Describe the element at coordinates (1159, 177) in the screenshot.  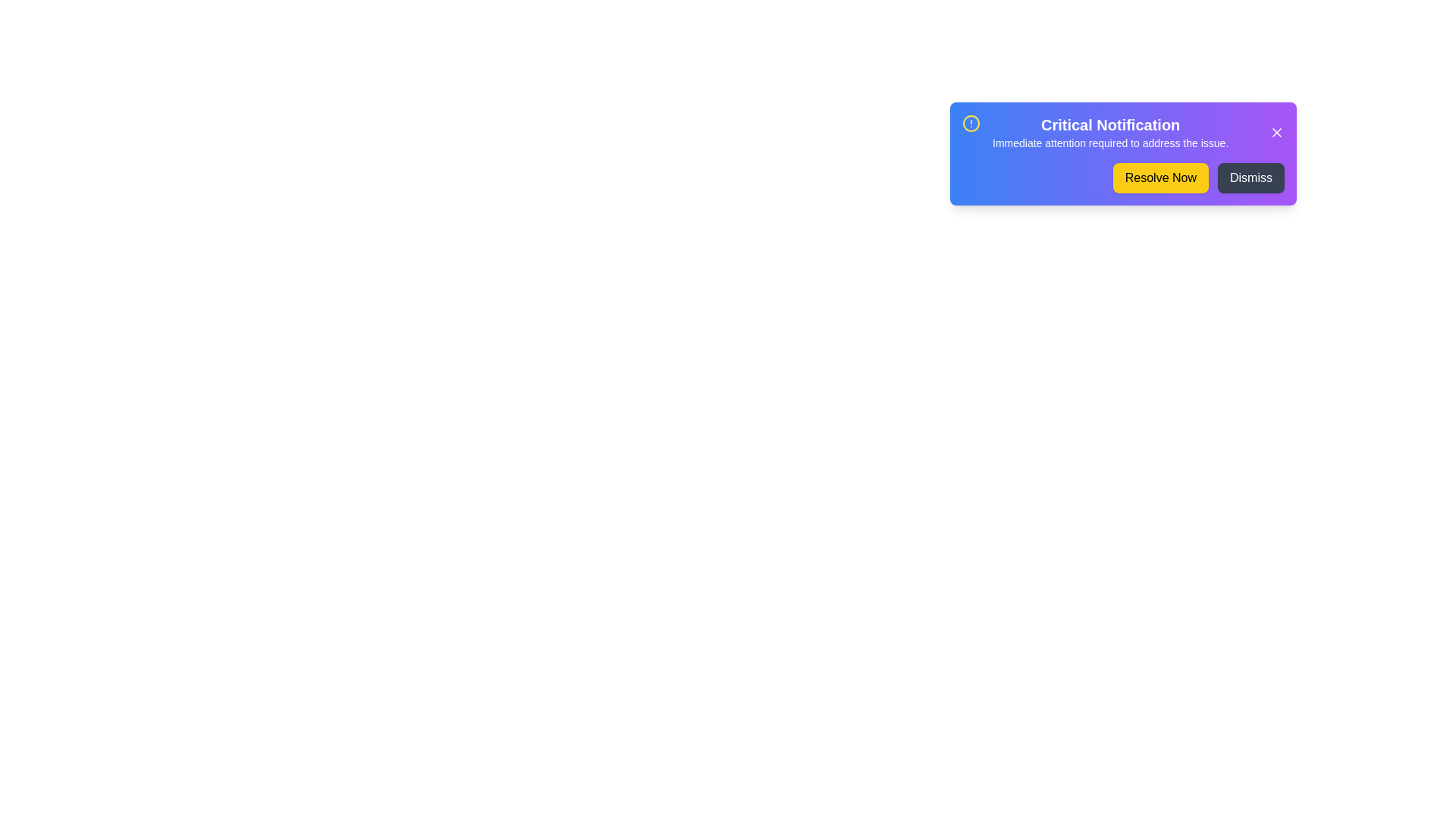
I see `the 'Resolve Now' button with a yellow background and black text, located in the notification box titled 'Critical Notification'` at that location.